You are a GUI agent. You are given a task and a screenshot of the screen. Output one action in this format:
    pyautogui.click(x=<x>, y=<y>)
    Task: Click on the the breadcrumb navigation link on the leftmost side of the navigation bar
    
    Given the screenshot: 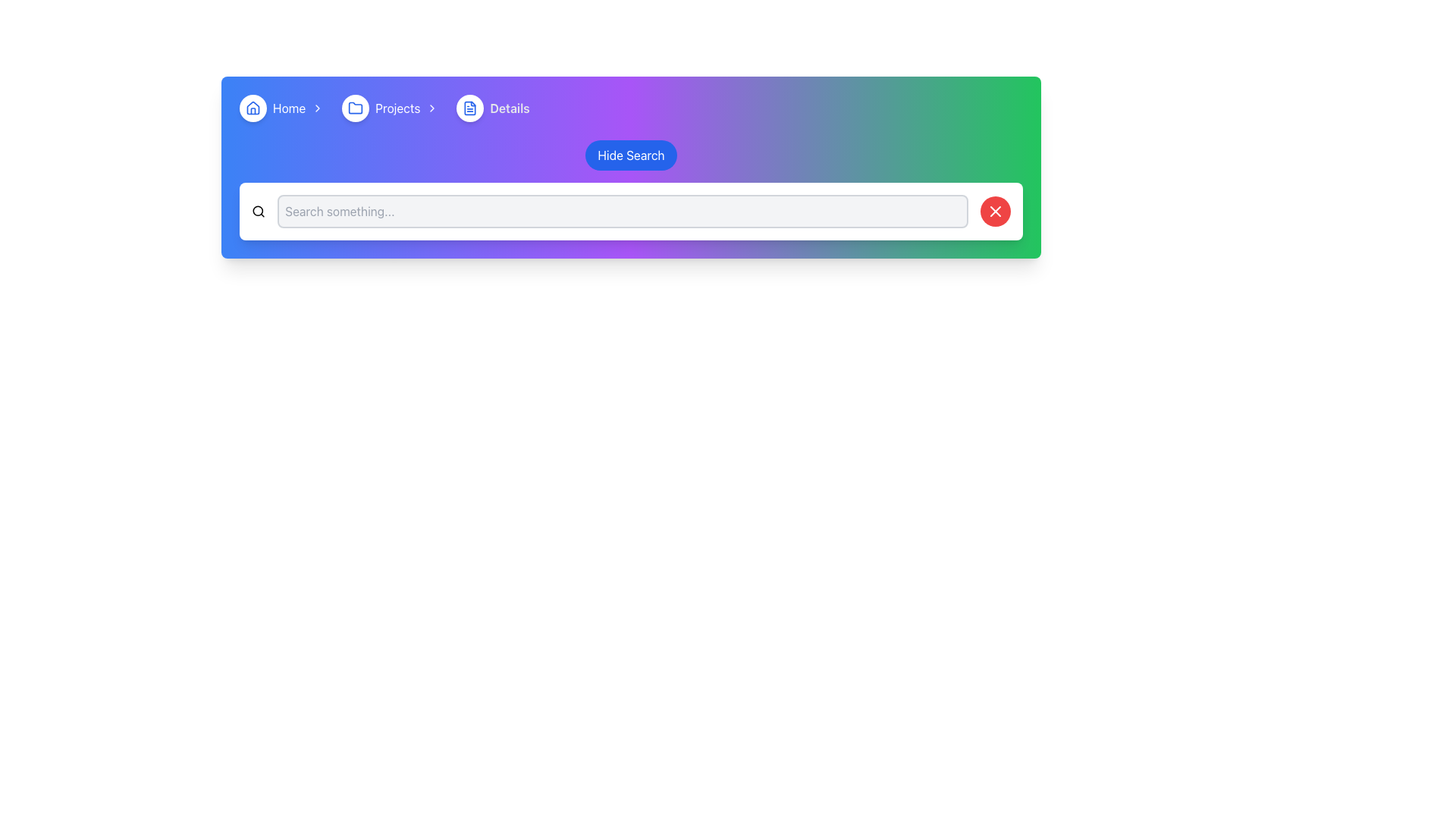 What is the action you would take?
    pyautogui.click(x=284, y=107)
    